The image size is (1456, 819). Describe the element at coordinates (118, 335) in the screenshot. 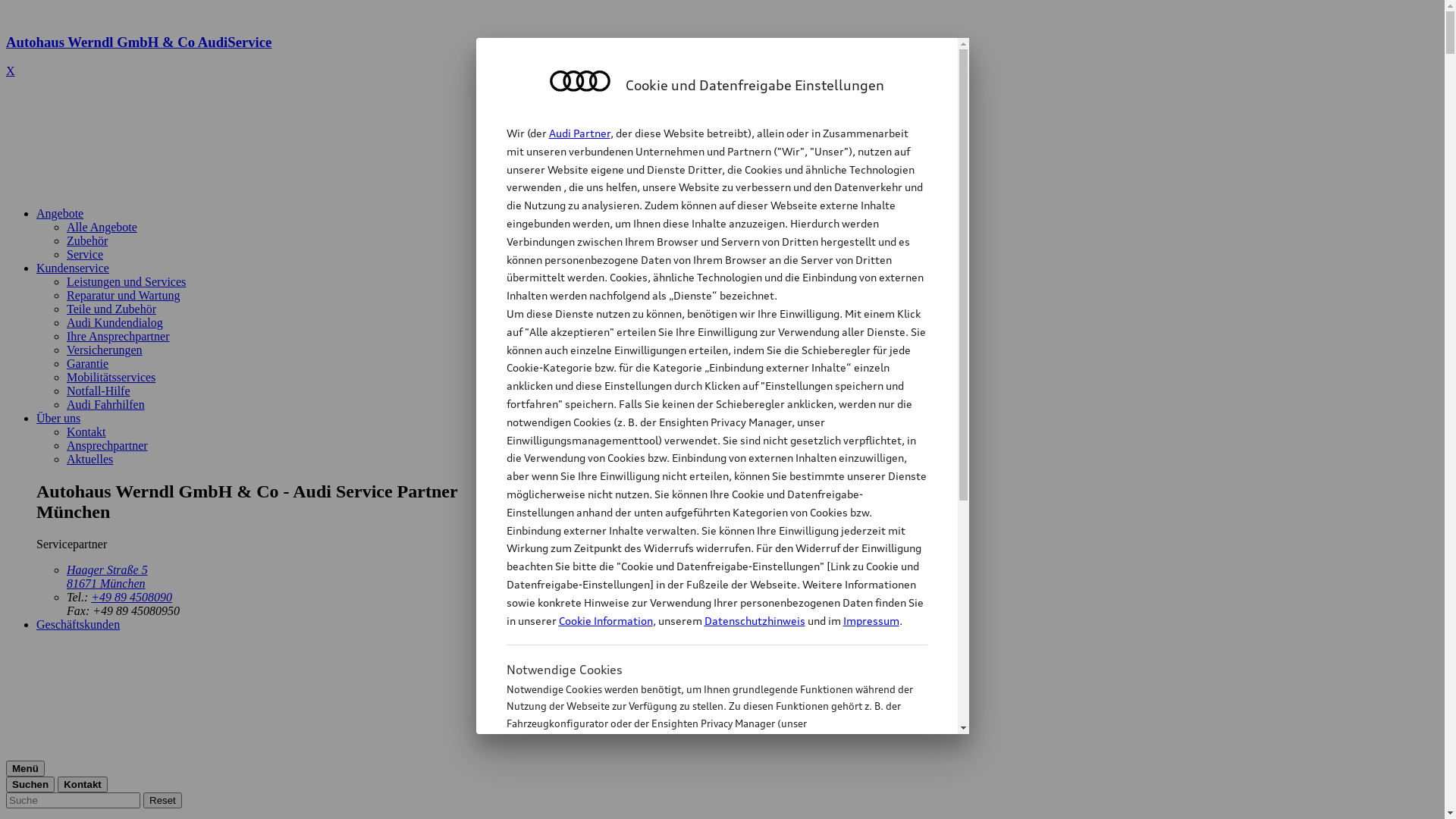

I see `'Ihre Ansprechpartner'` at that location.